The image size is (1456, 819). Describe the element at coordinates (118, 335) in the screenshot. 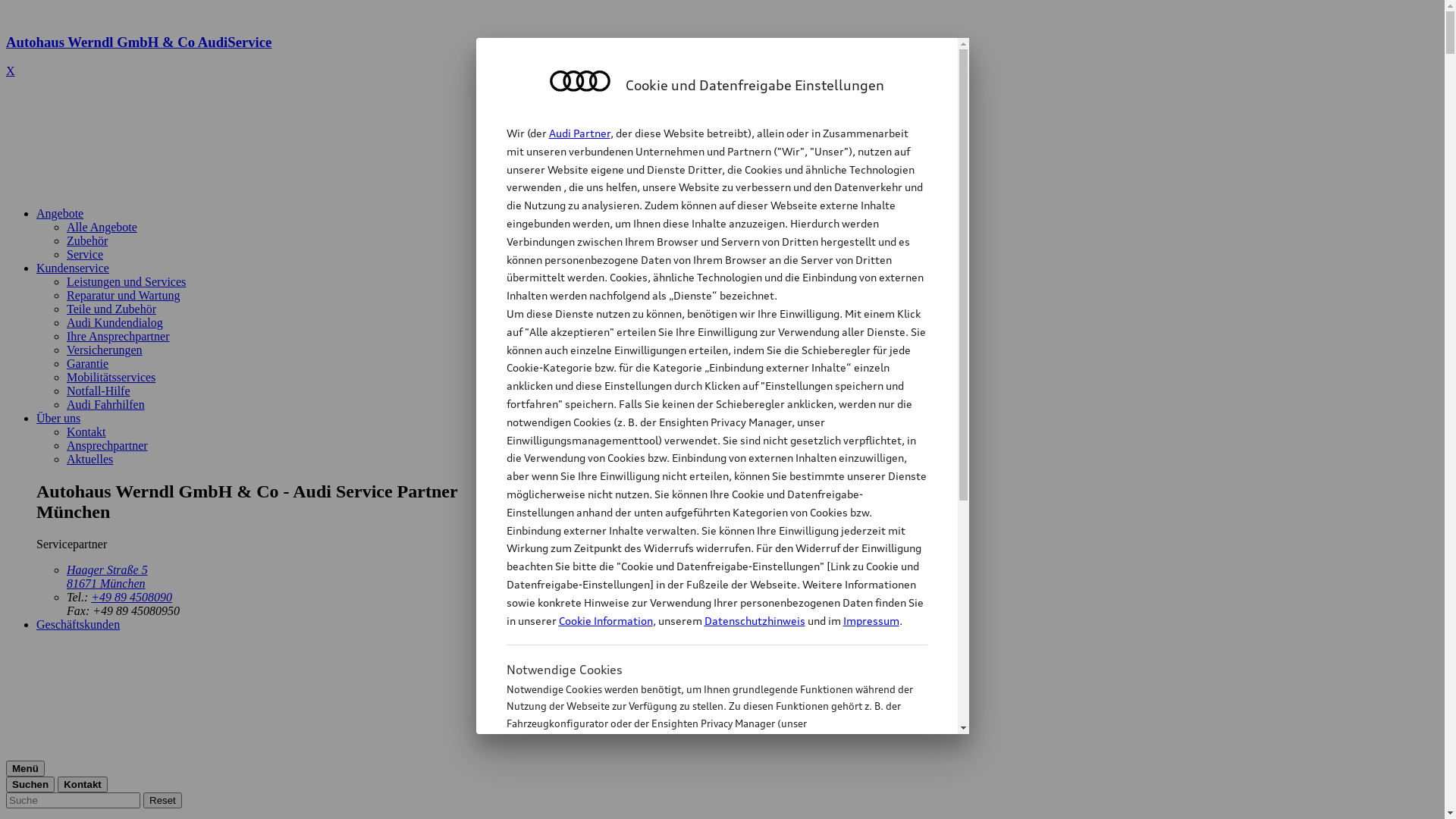

I see `'Ihre Ansprechpartner'` at that location.